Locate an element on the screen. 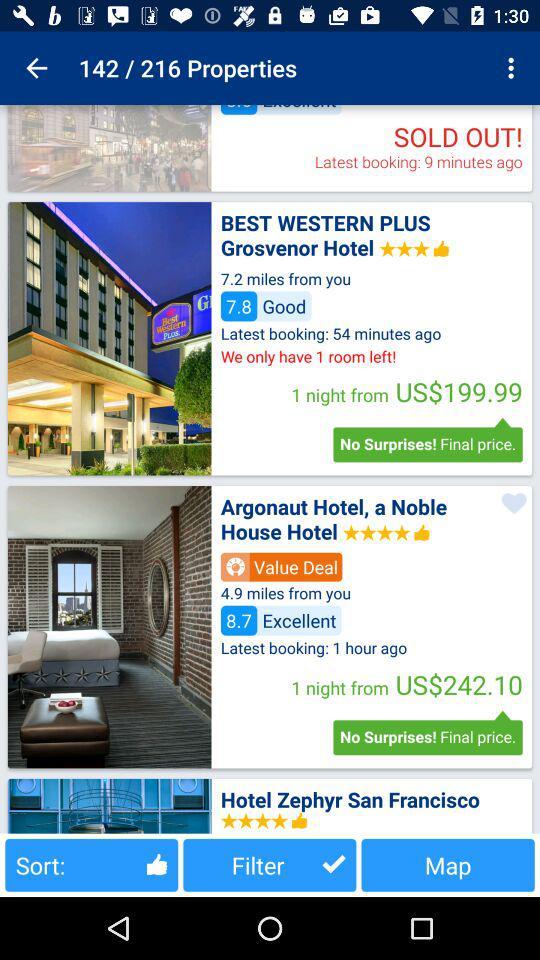 The width and height of the screenshot is (540, 960). the button to the left of filter icon is located at coordinates (90, 864).